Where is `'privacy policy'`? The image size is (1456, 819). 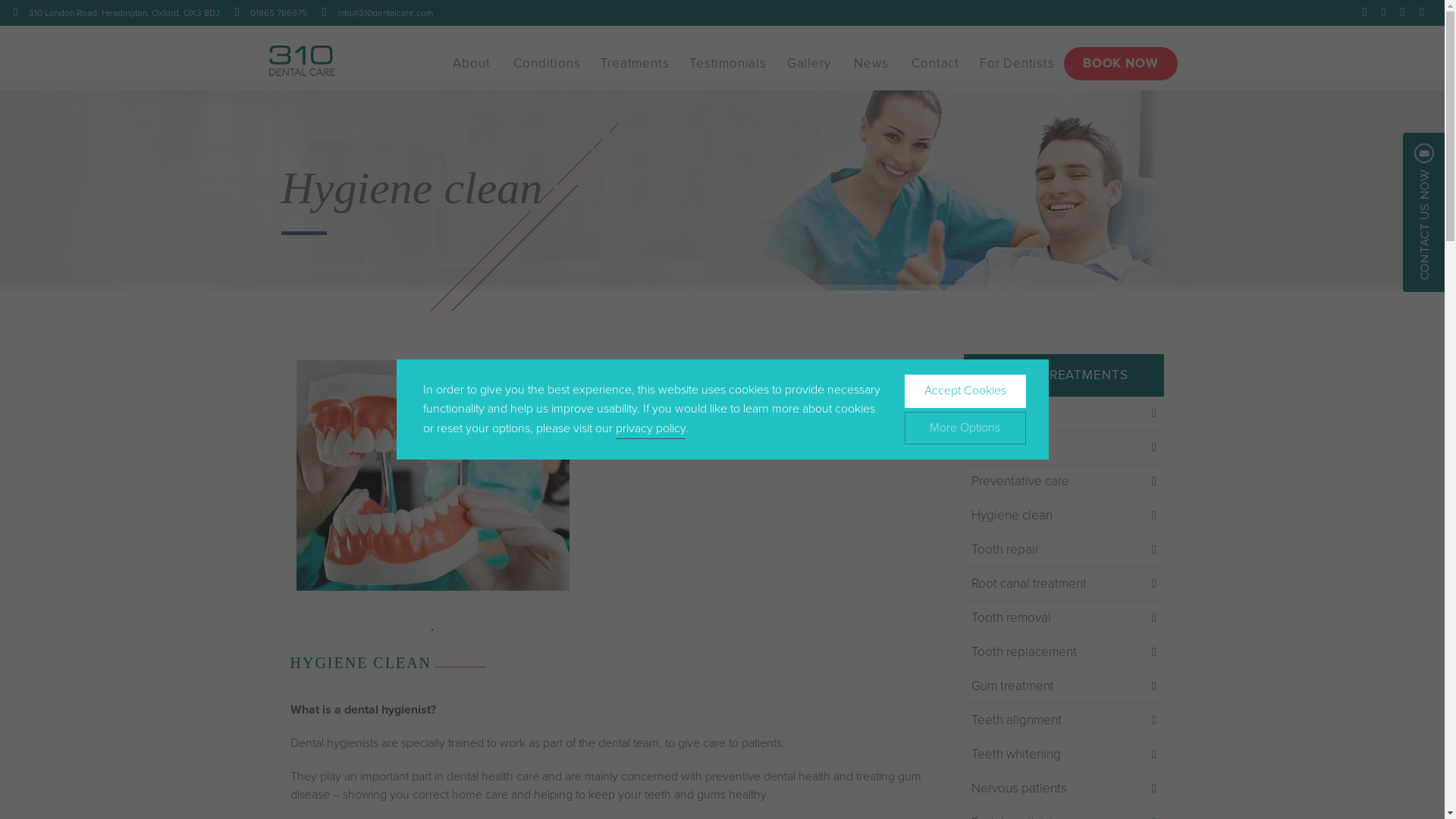 'privacy policy' is located at coordinates (651, 430).